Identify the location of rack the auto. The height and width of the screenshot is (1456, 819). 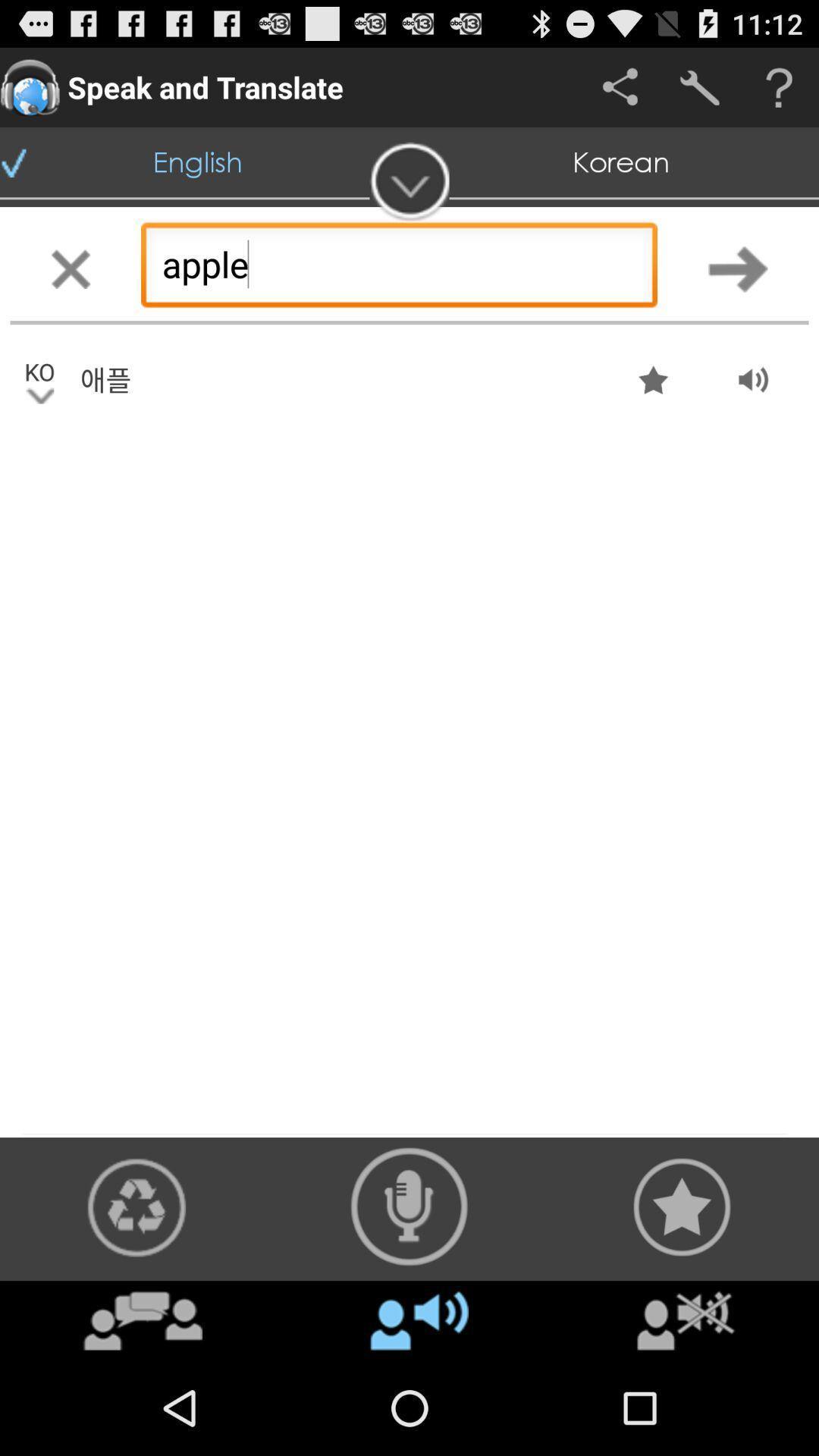
(409, 1206).